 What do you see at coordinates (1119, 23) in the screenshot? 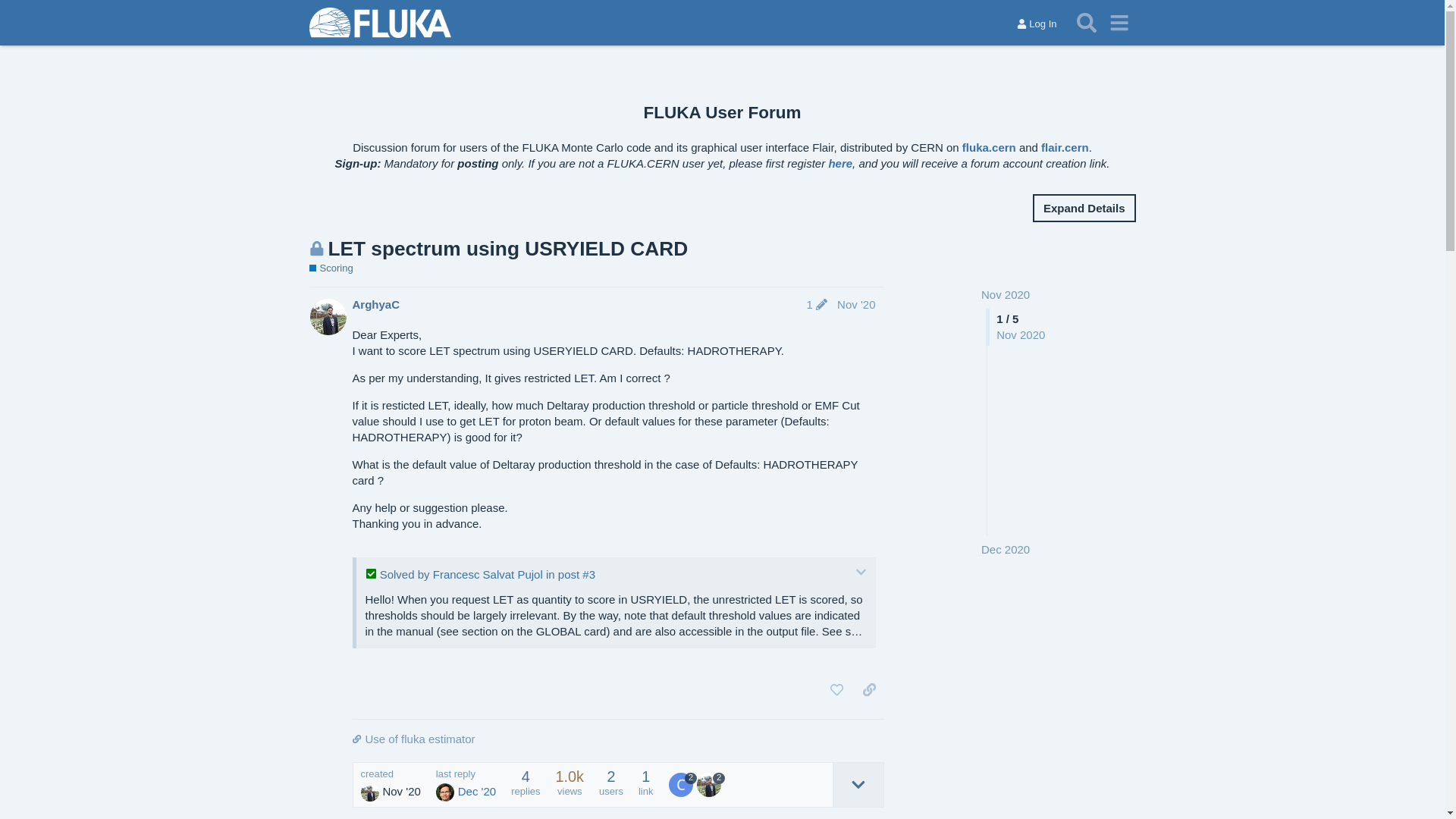
I see `'menu'` at bounding box center [1119, 23].